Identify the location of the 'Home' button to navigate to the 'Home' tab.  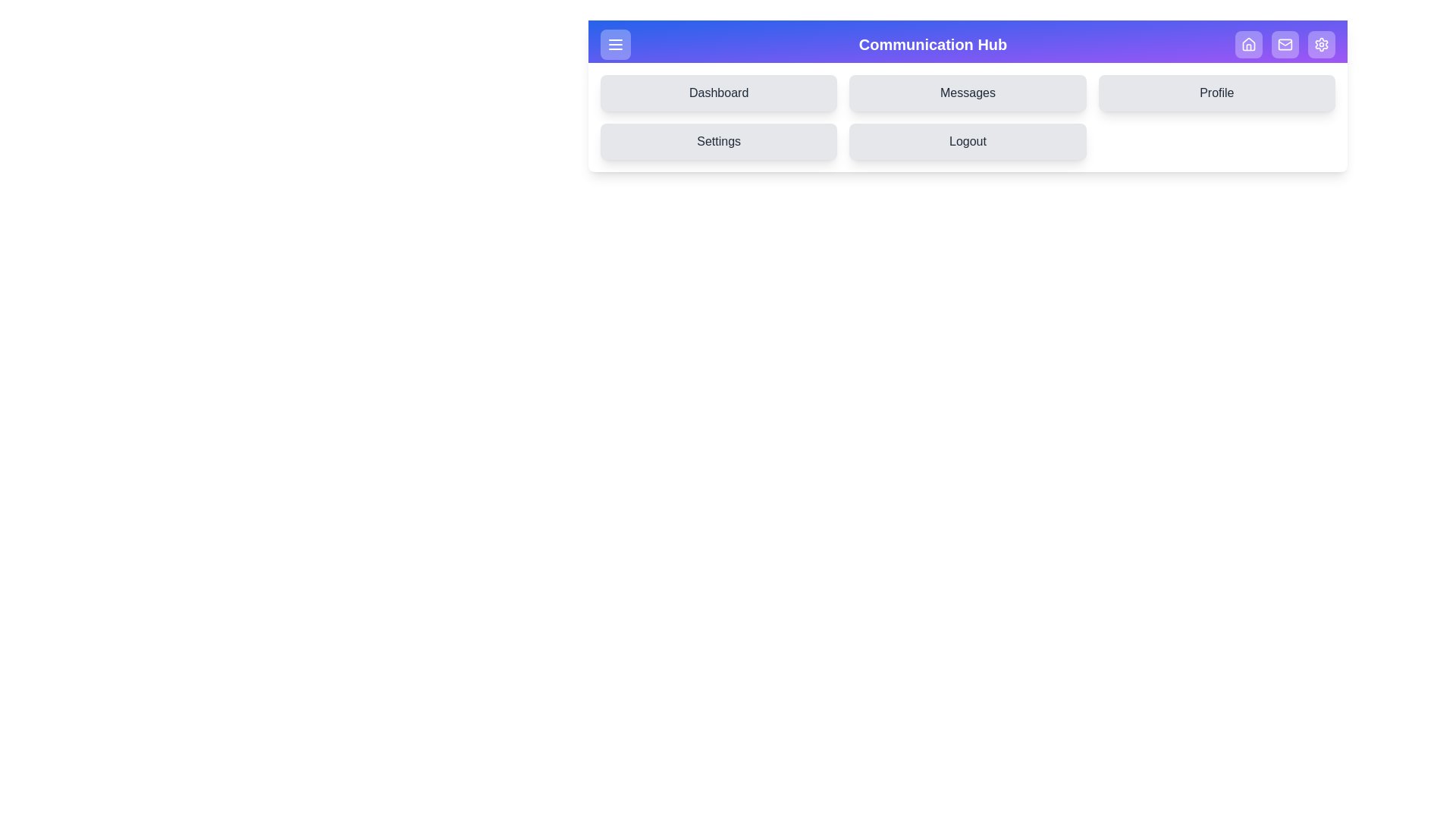
(1248, 43).